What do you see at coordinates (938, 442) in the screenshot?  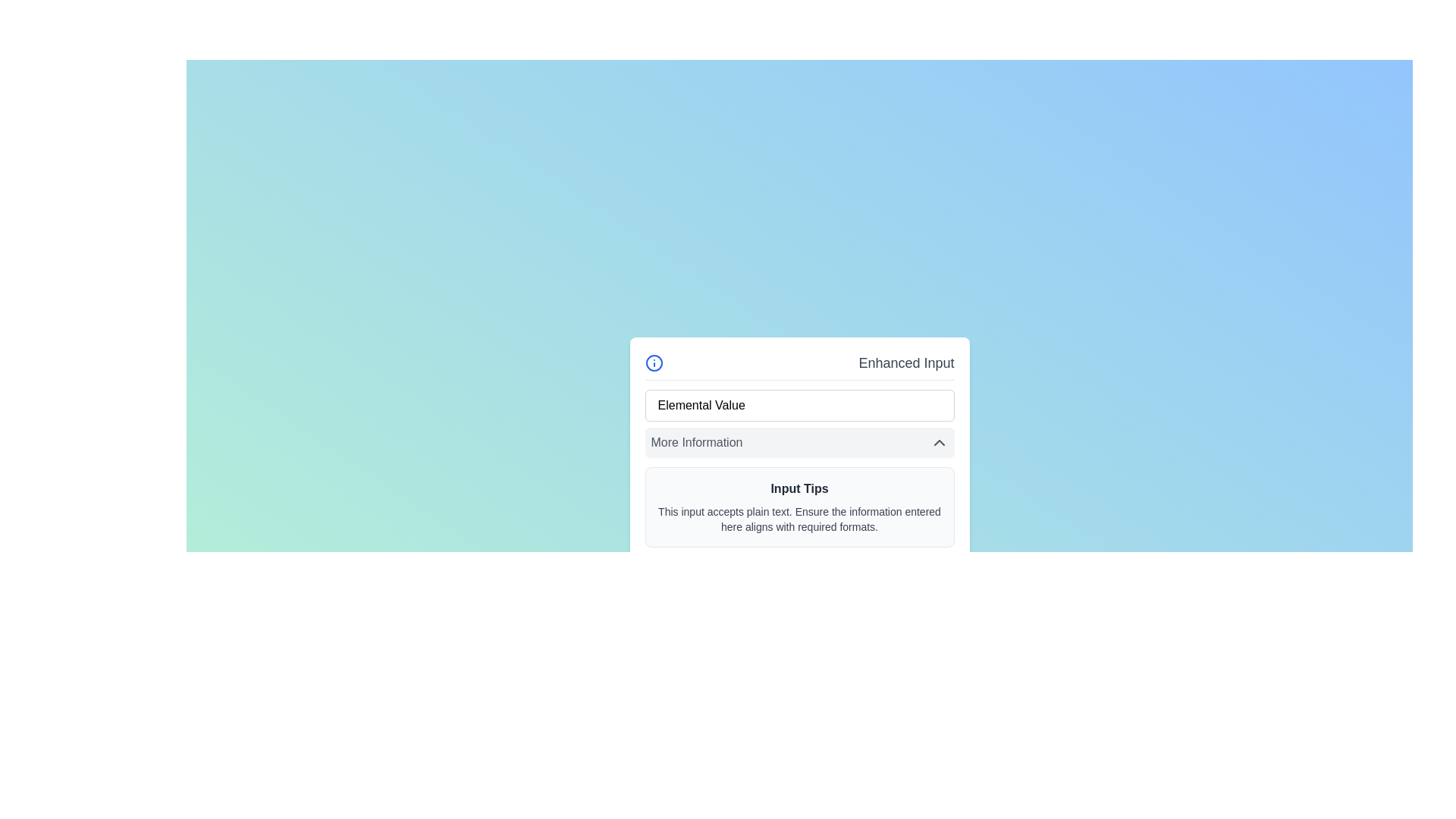 I see `the upward-pointing chevron icon located in the 'More Information' section to provide additional feedback` at bounding box center [938, 442].